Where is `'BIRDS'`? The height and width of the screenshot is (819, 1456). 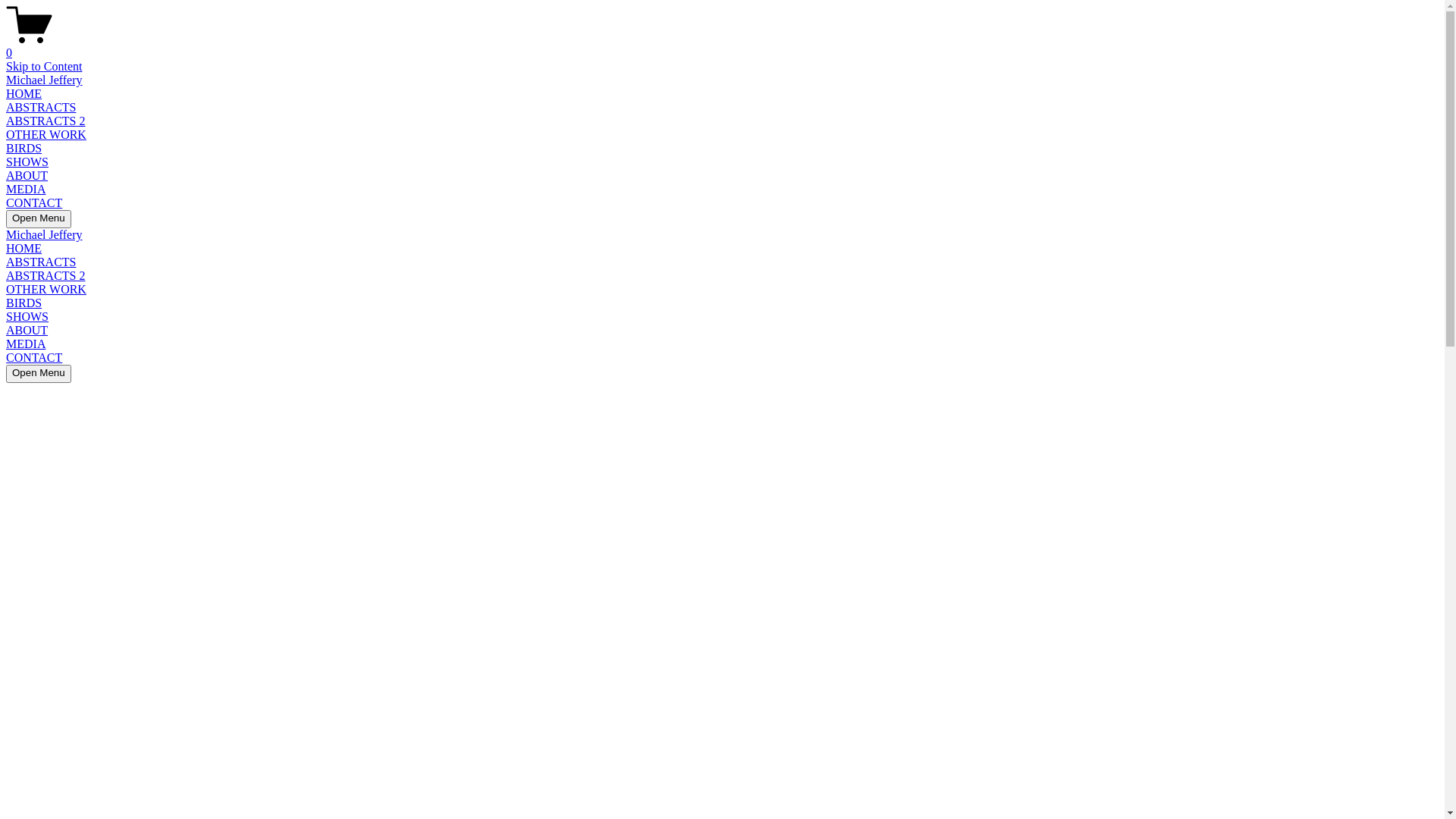 'BIRDS' is located at coordinates (6, 148).